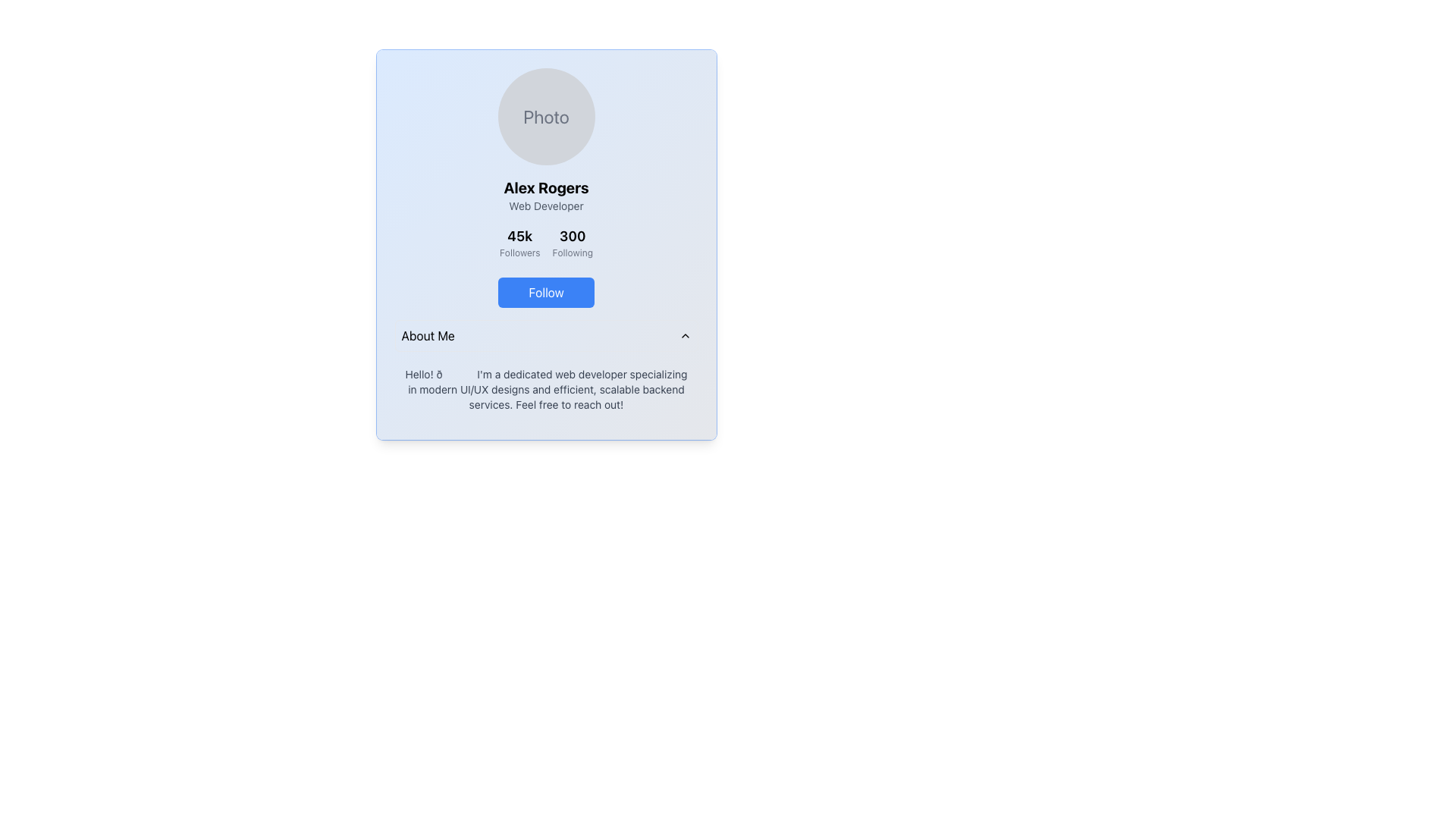 The height and width of the screenshot is (819, 1456). I want to click on the non-interactive text label displaying the number of followers, which is located above the 'Followers' text in the profile card, so click(519, 237).